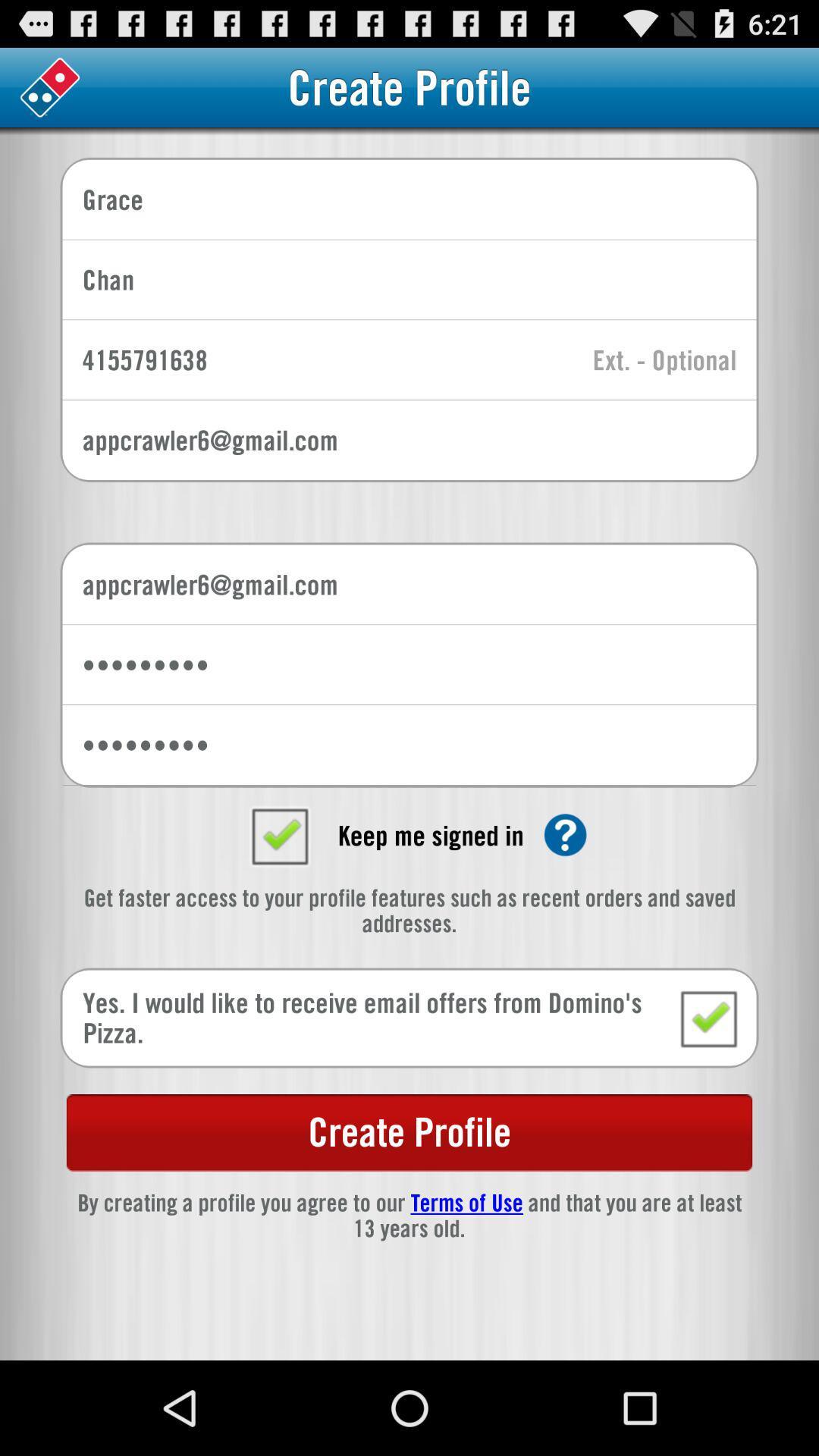 Image resolution: width=819 pixels, height=1456 pixels. Describe the element at coordinates (49, 86) in the screenshot. I see `home` at that location.